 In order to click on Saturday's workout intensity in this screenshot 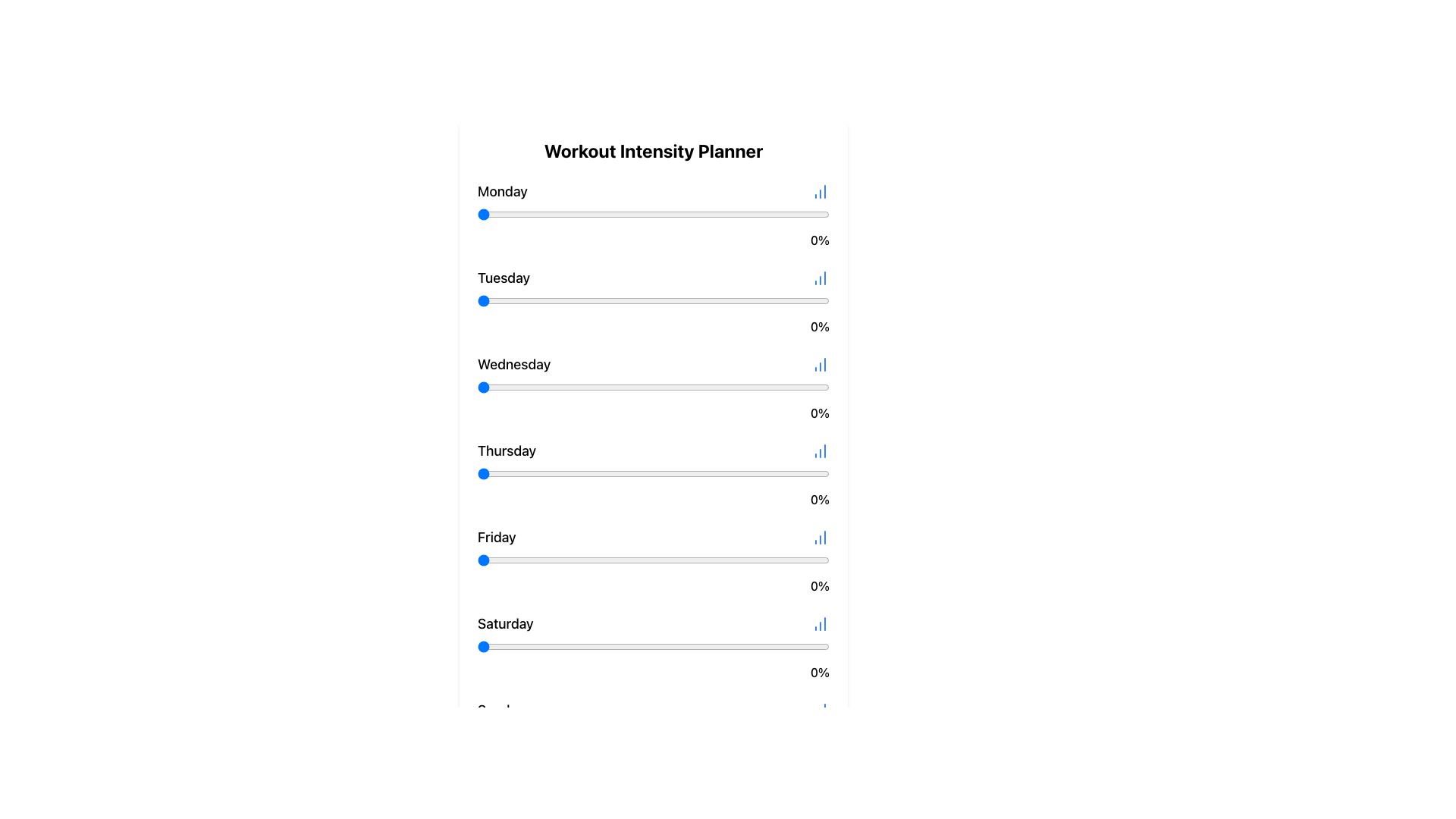, I will do `click(491, 646)`.